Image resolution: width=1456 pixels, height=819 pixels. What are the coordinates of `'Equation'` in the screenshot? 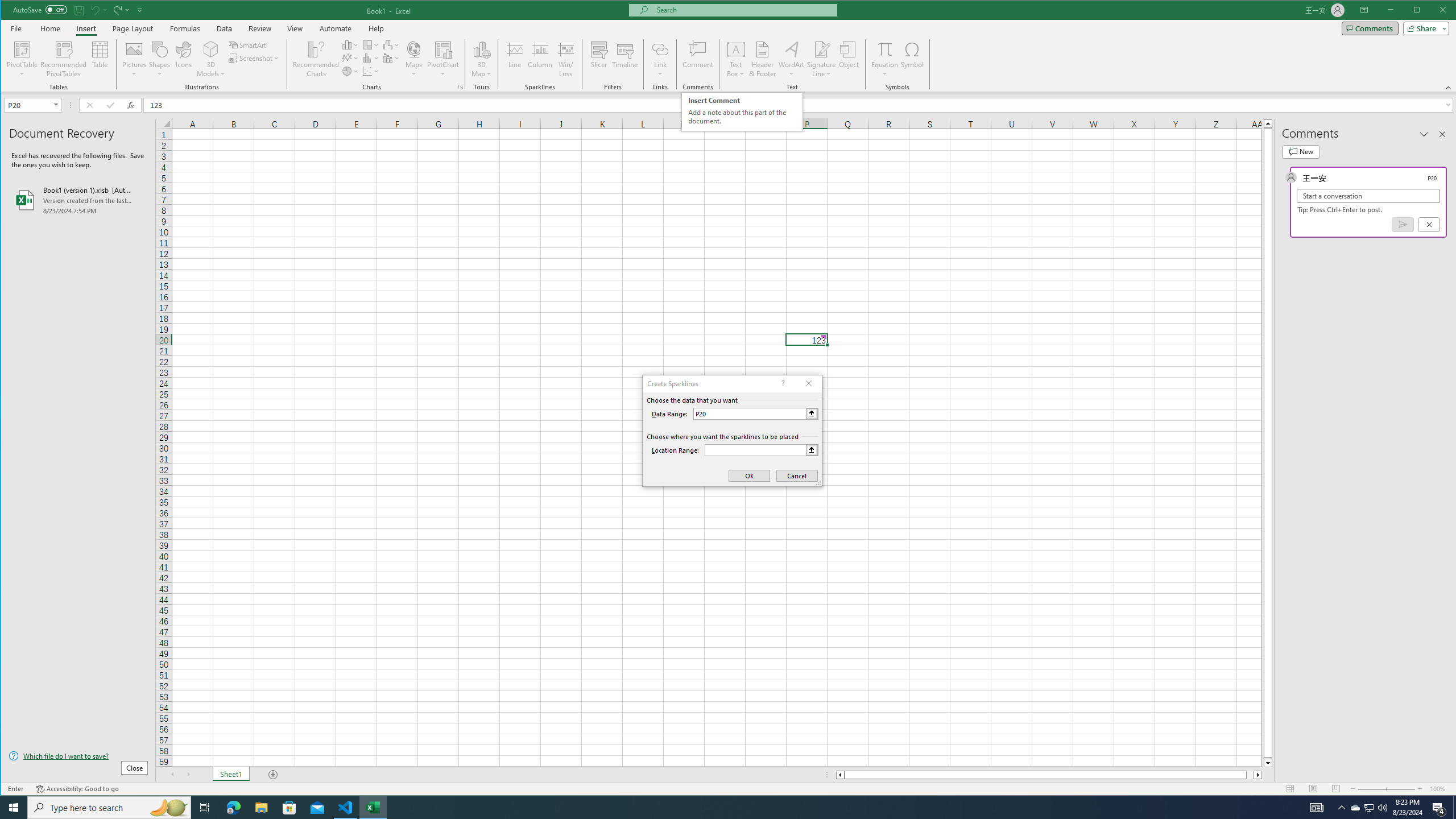 It's located at (885, 48).